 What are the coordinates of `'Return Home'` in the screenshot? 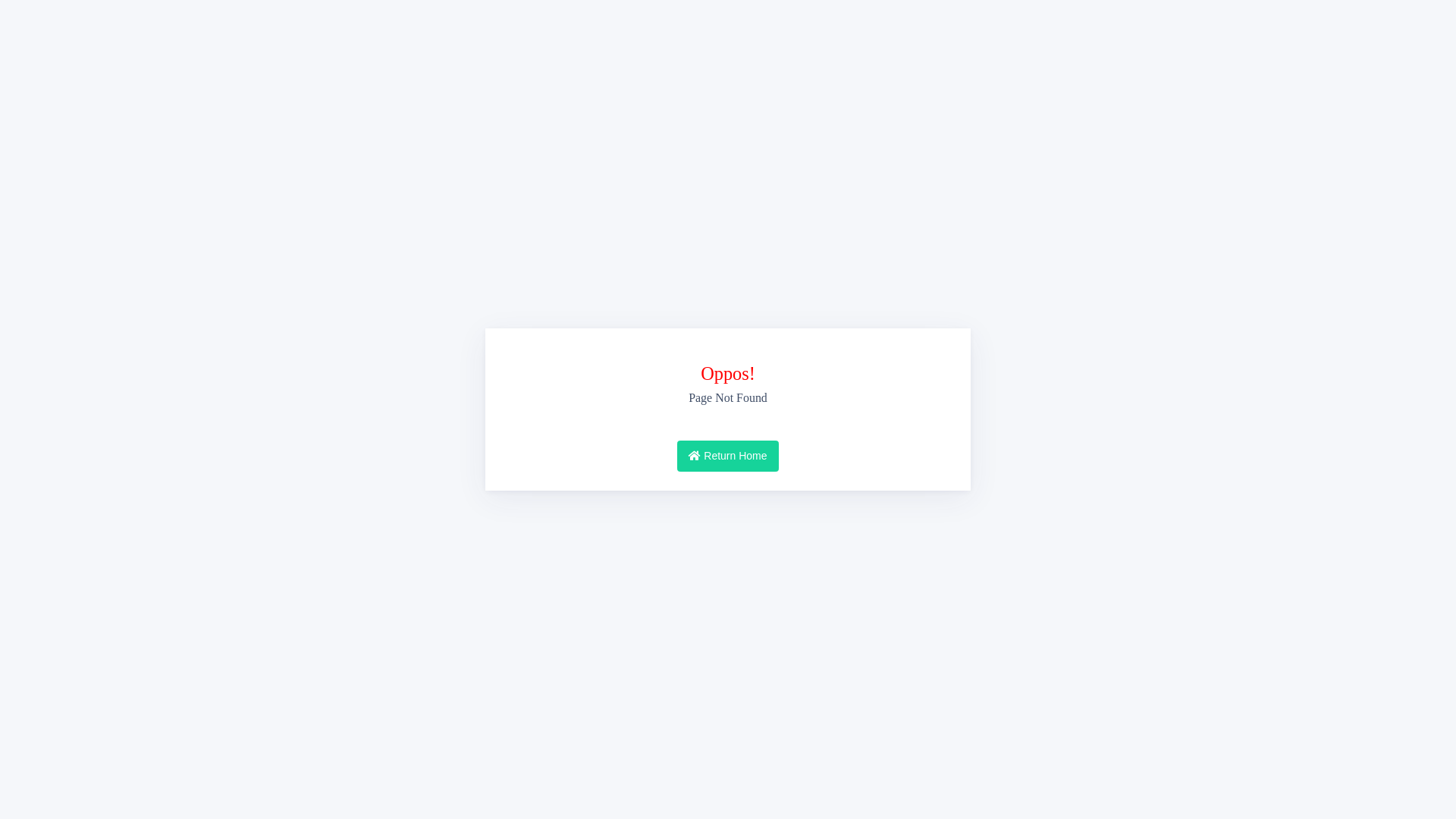 It's located at (726, 455).